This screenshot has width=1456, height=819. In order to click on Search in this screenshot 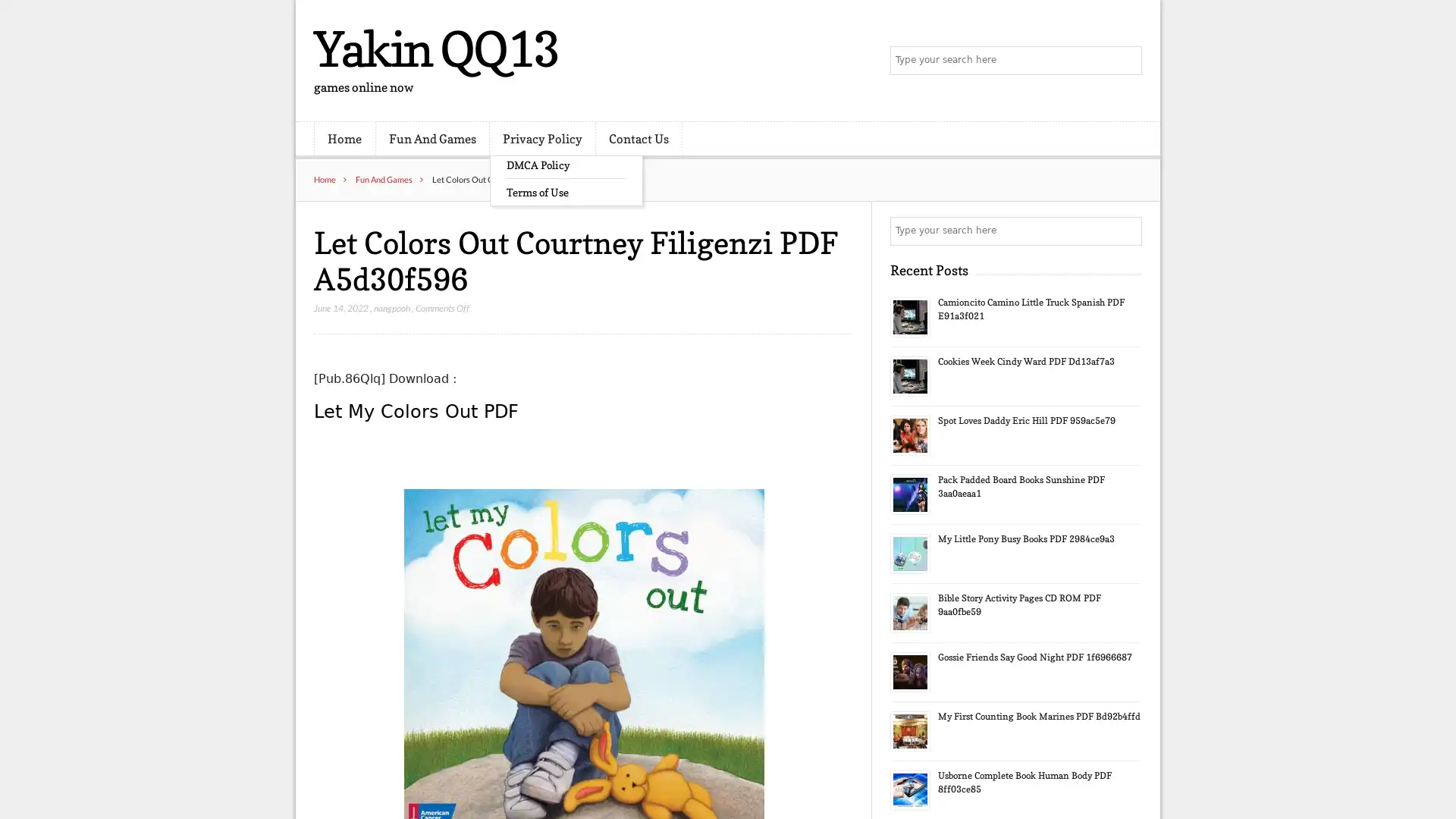, I will do `click(1126, 231)`.